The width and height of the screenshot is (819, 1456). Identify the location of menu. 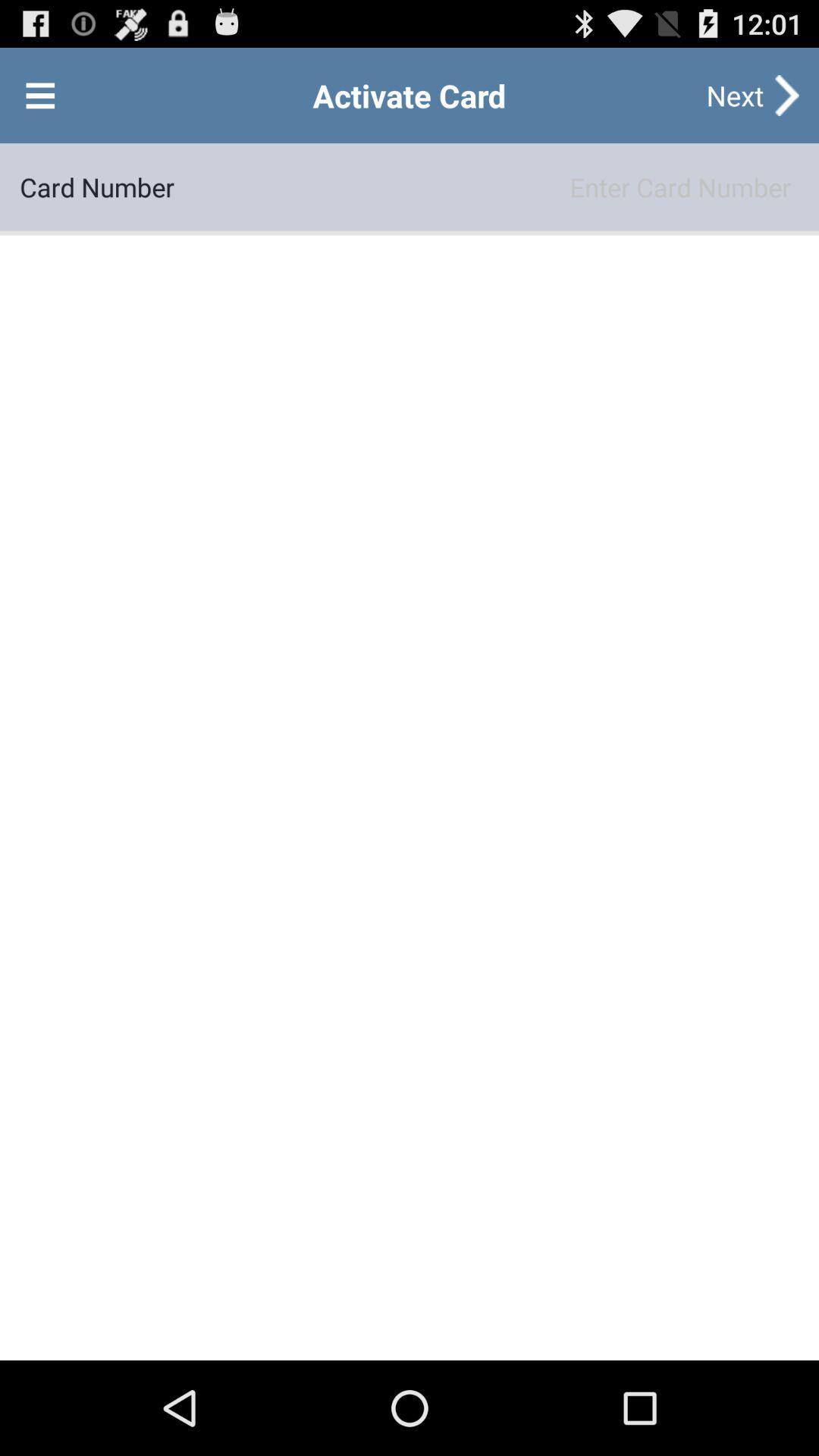
(39, 94).